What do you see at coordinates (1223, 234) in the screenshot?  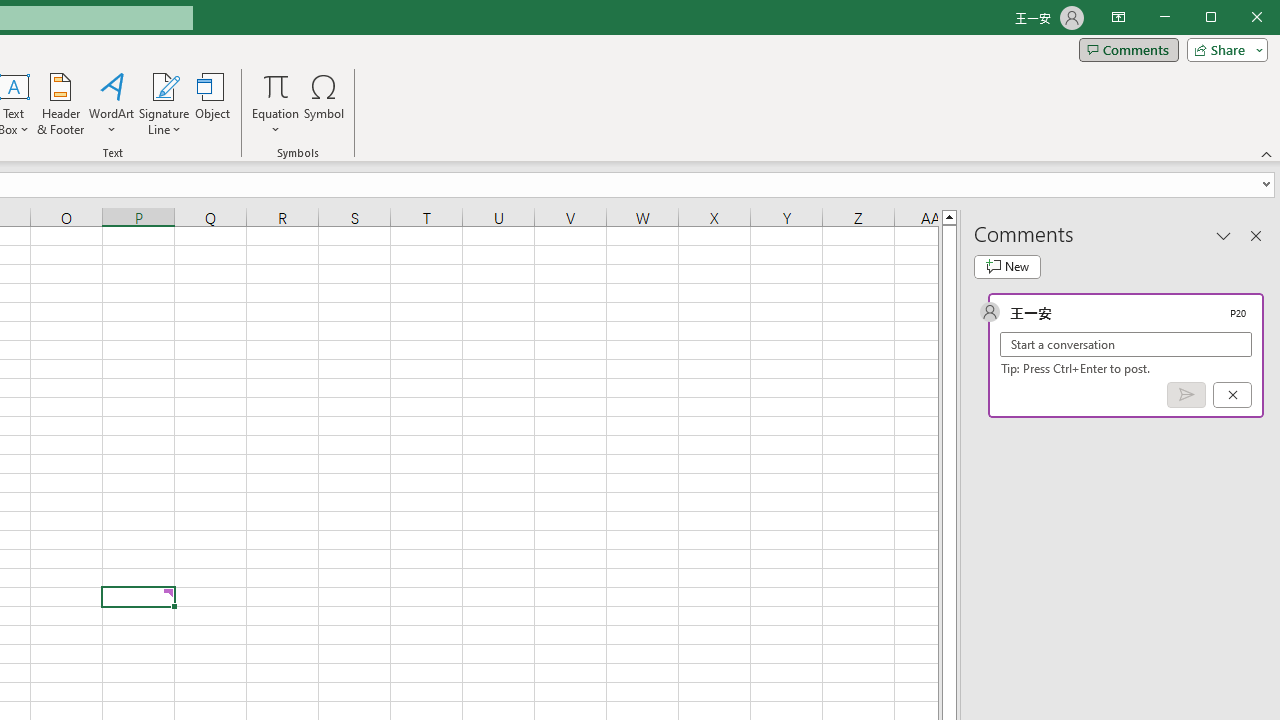 I see `'Task Pane Options'` at bounding box center [1223, 234].